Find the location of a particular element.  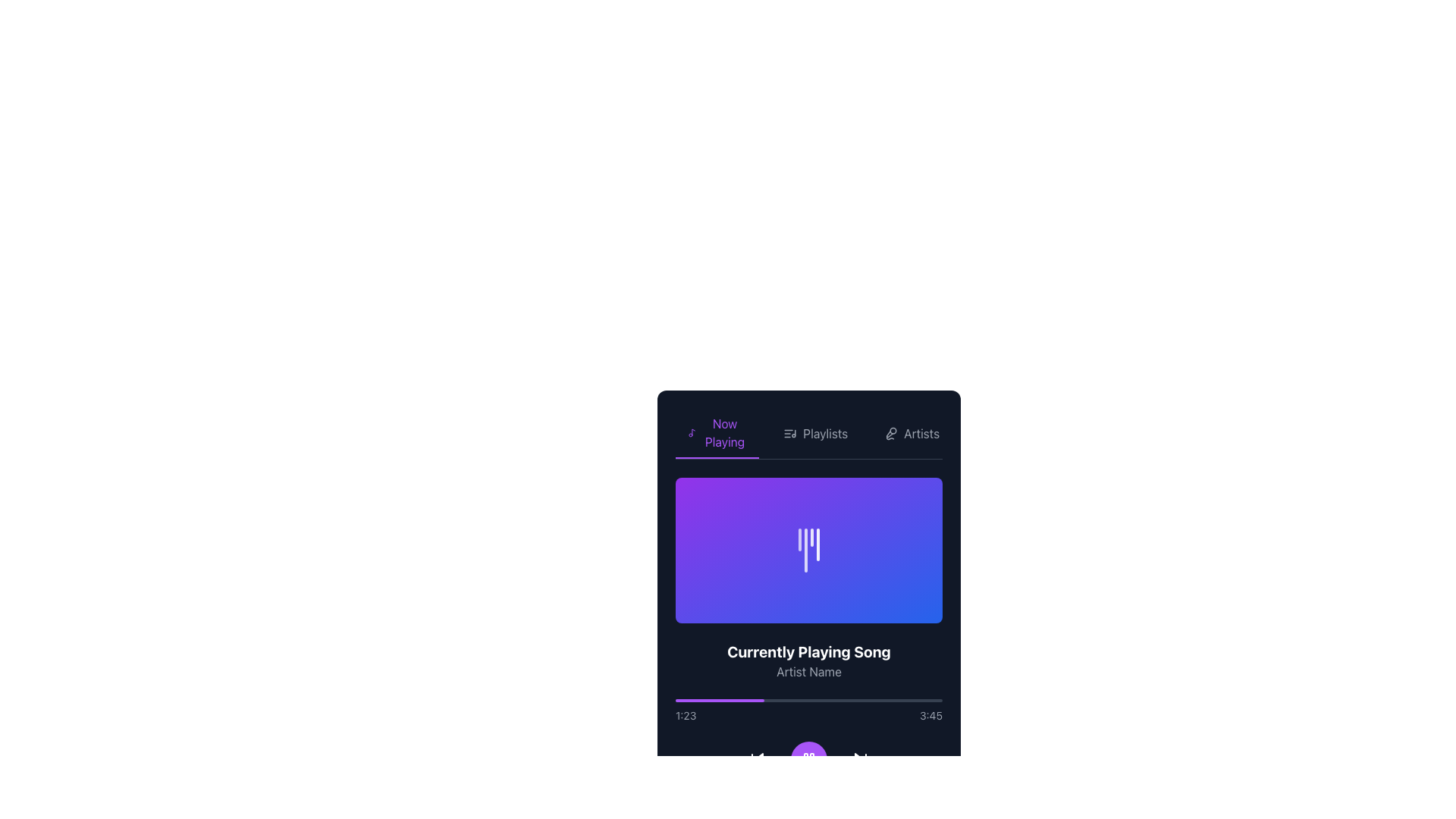

the pause button located centrally among the media control buttons at the bottom of the interface to trigger a visual state change is located at coordinates (808, 760).